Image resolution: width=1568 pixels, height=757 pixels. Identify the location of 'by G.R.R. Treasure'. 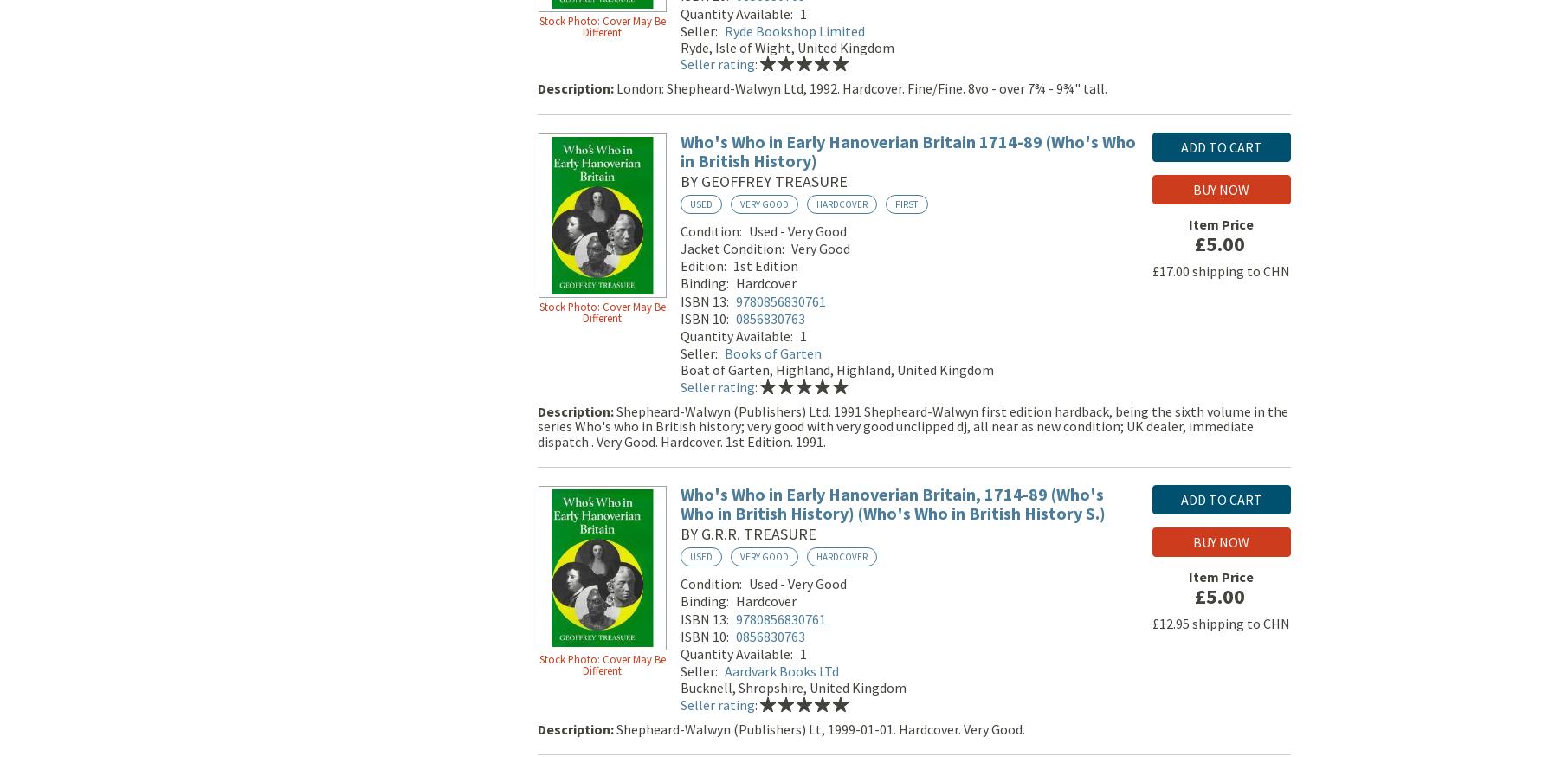
(679, 536).